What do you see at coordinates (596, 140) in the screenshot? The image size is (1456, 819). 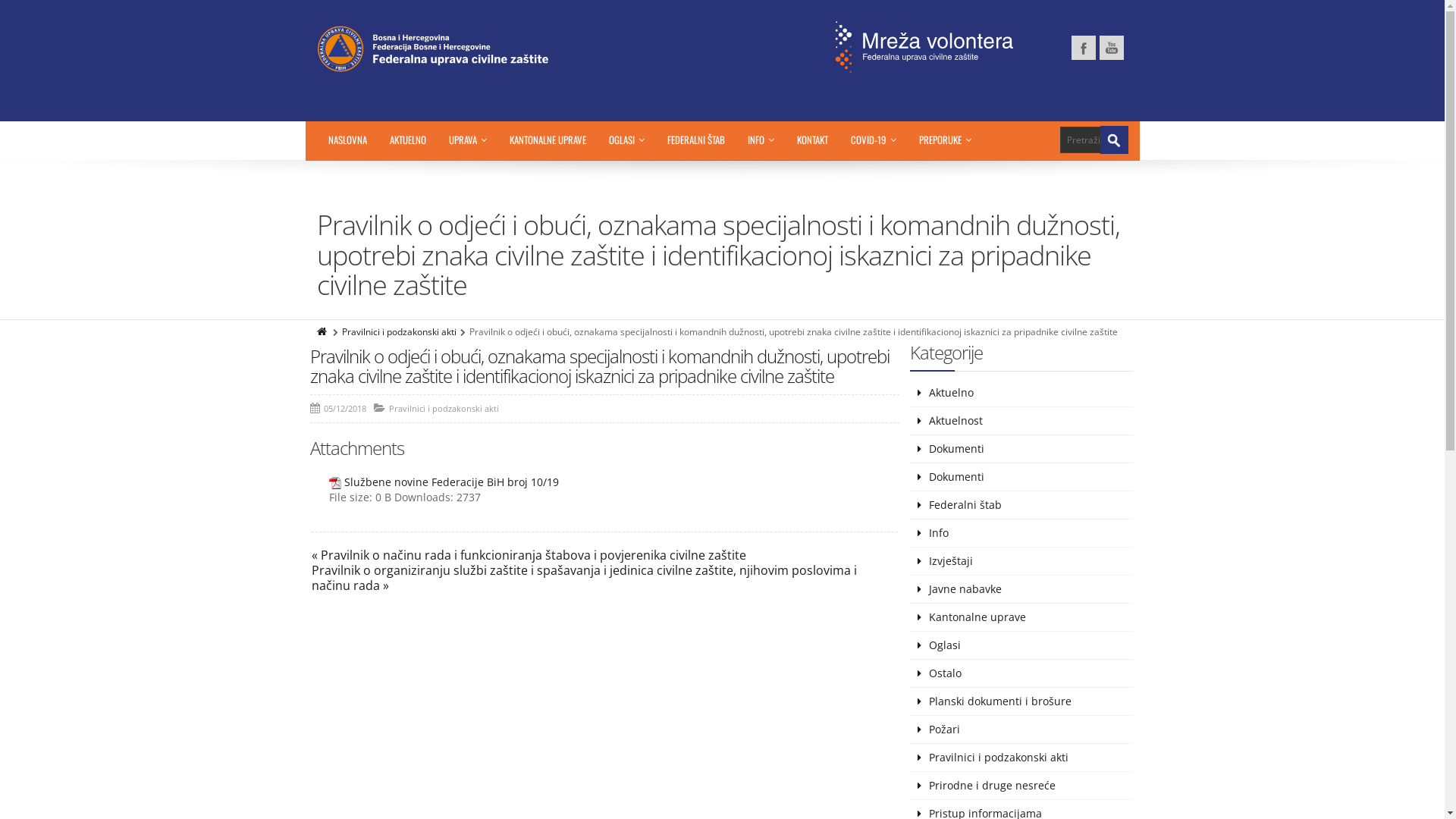 I see `'OGLASI'` at bounding box center [596, 140].